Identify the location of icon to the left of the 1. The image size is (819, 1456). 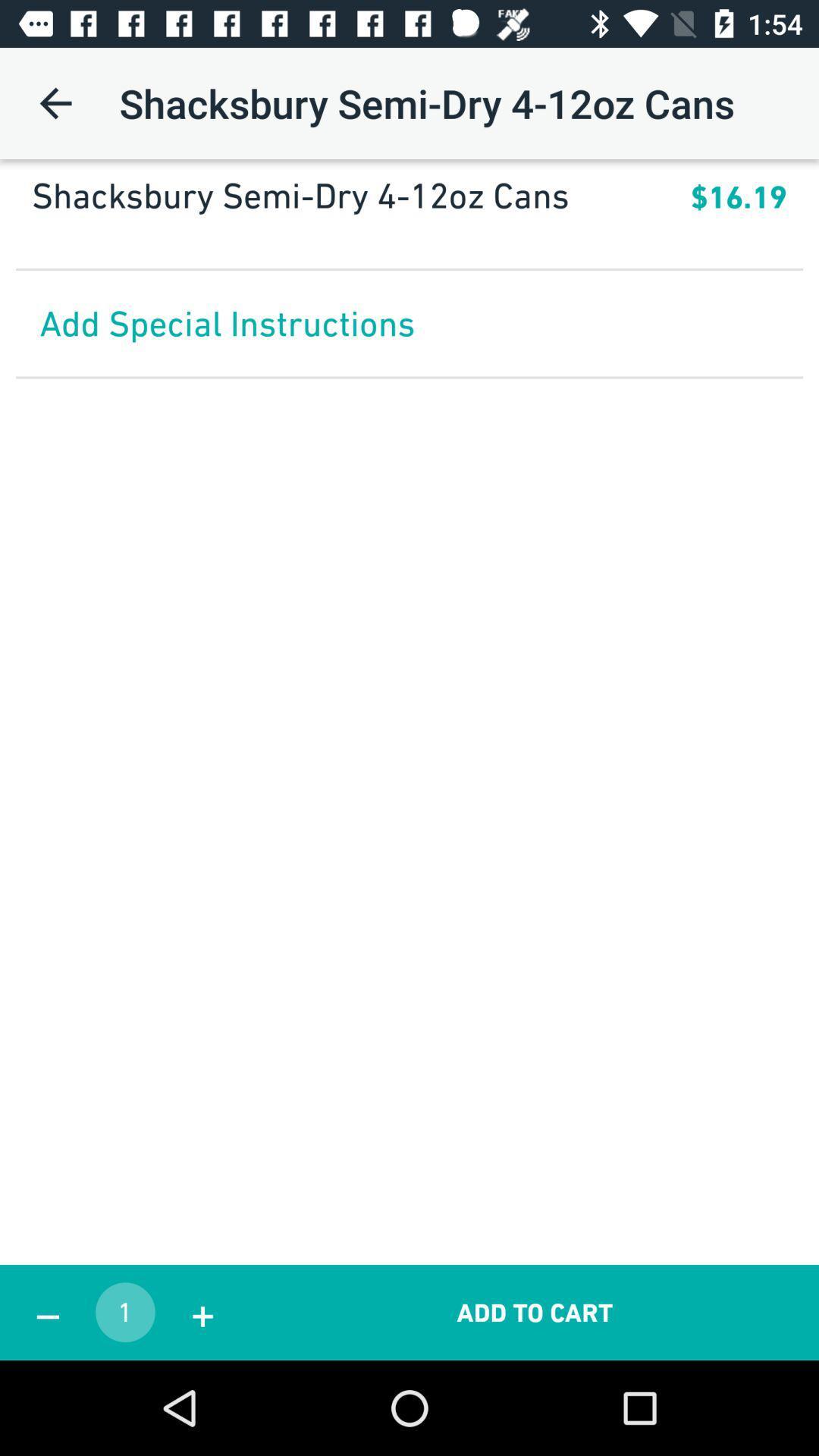
(46, 1312).